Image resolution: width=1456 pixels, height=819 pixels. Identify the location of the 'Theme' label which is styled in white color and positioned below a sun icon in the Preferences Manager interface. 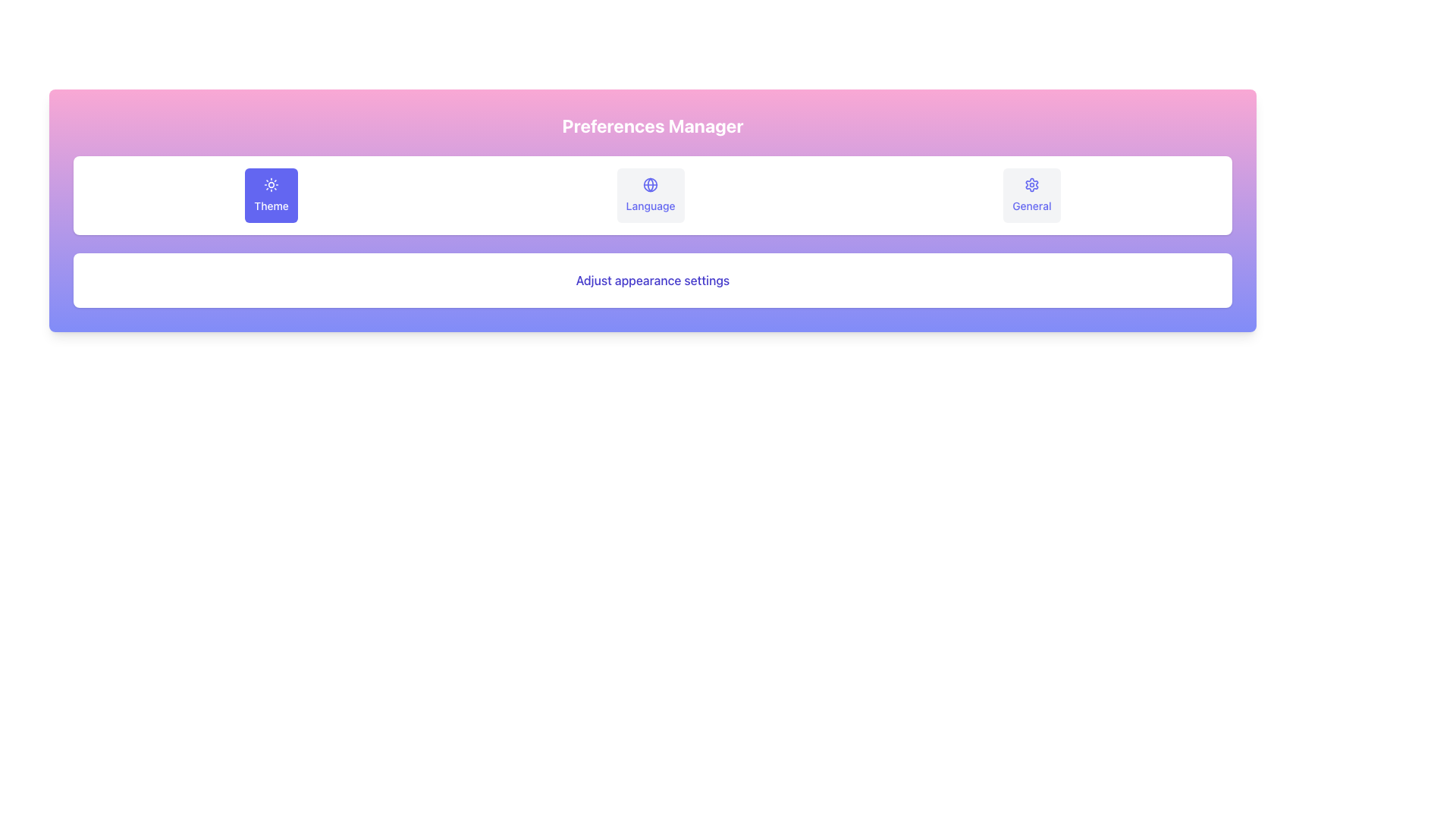
(271, 206).